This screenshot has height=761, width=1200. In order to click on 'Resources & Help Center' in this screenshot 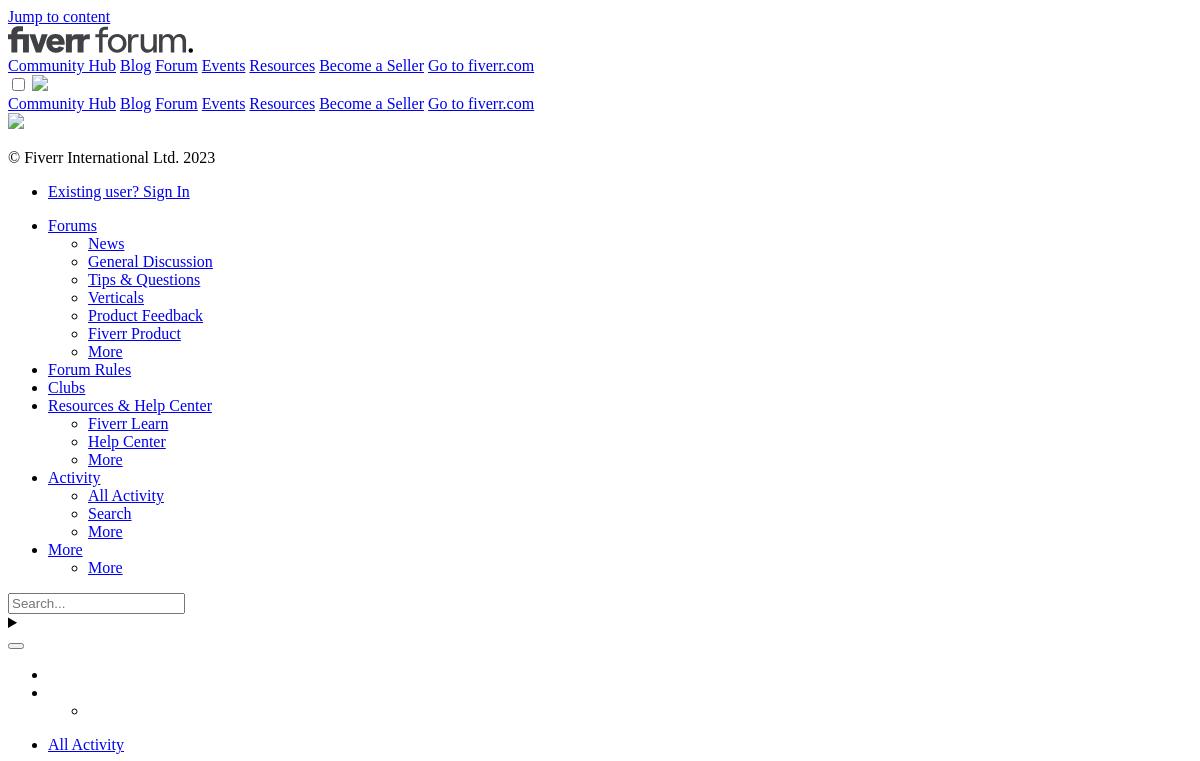, I will do `click(48, 405)`.